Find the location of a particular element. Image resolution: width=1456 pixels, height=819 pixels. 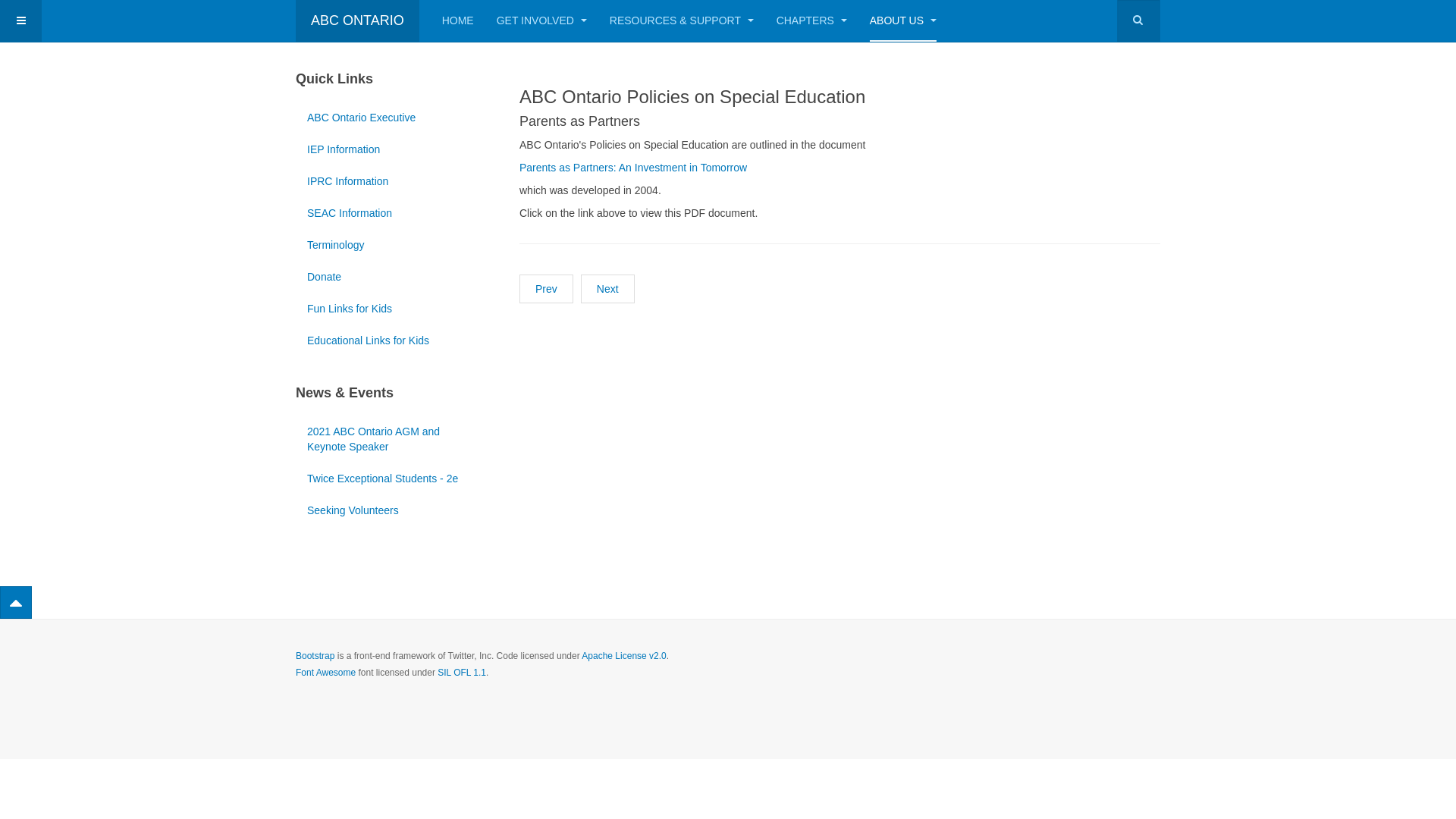

'SEAC Information' is located at coordinates (392, 213).